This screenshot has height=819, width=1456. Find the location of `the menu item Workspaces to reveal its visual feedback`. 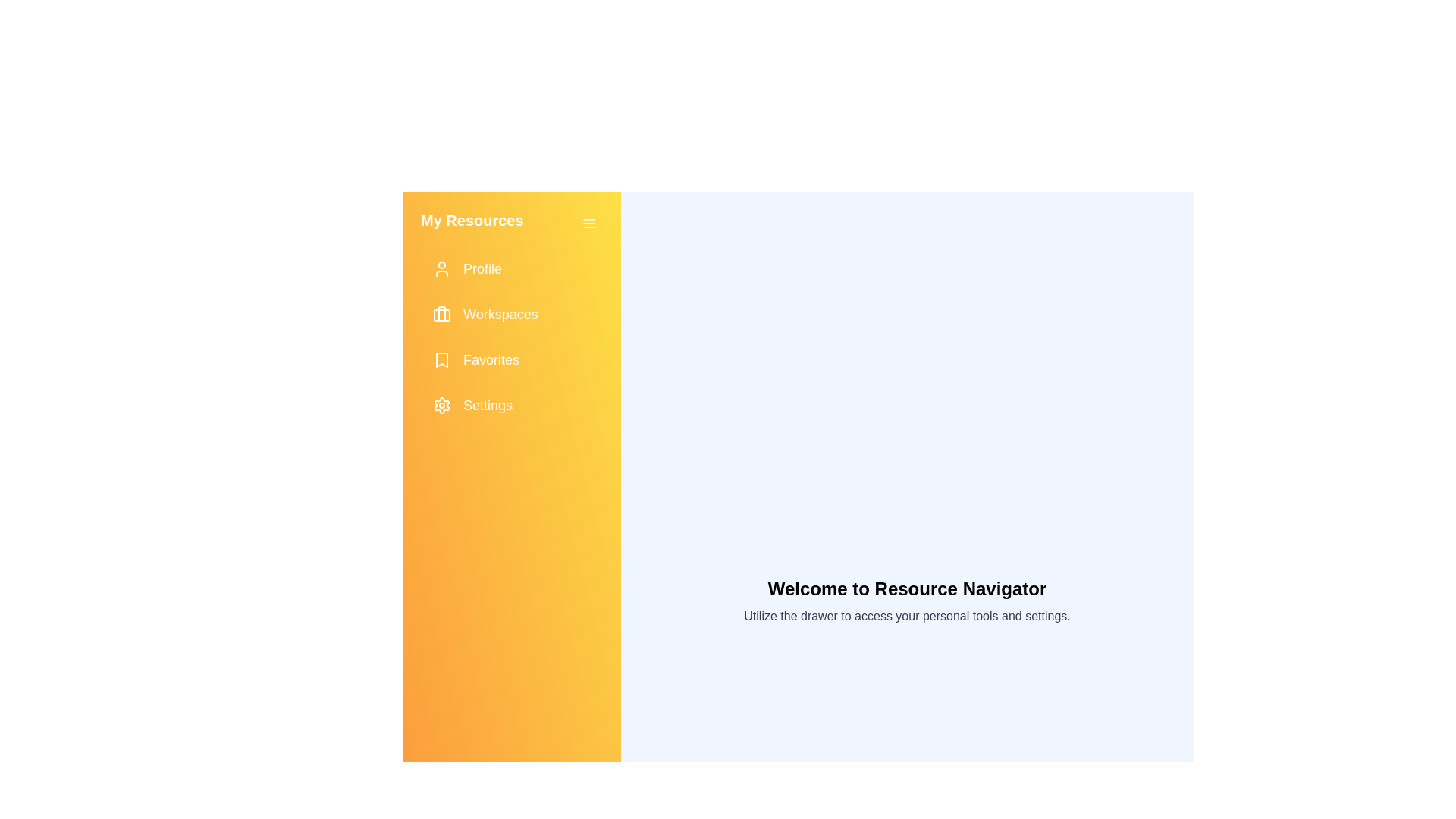

the menu item Workspaces to reveal its visual feedback is located at coordinates (512, 314).